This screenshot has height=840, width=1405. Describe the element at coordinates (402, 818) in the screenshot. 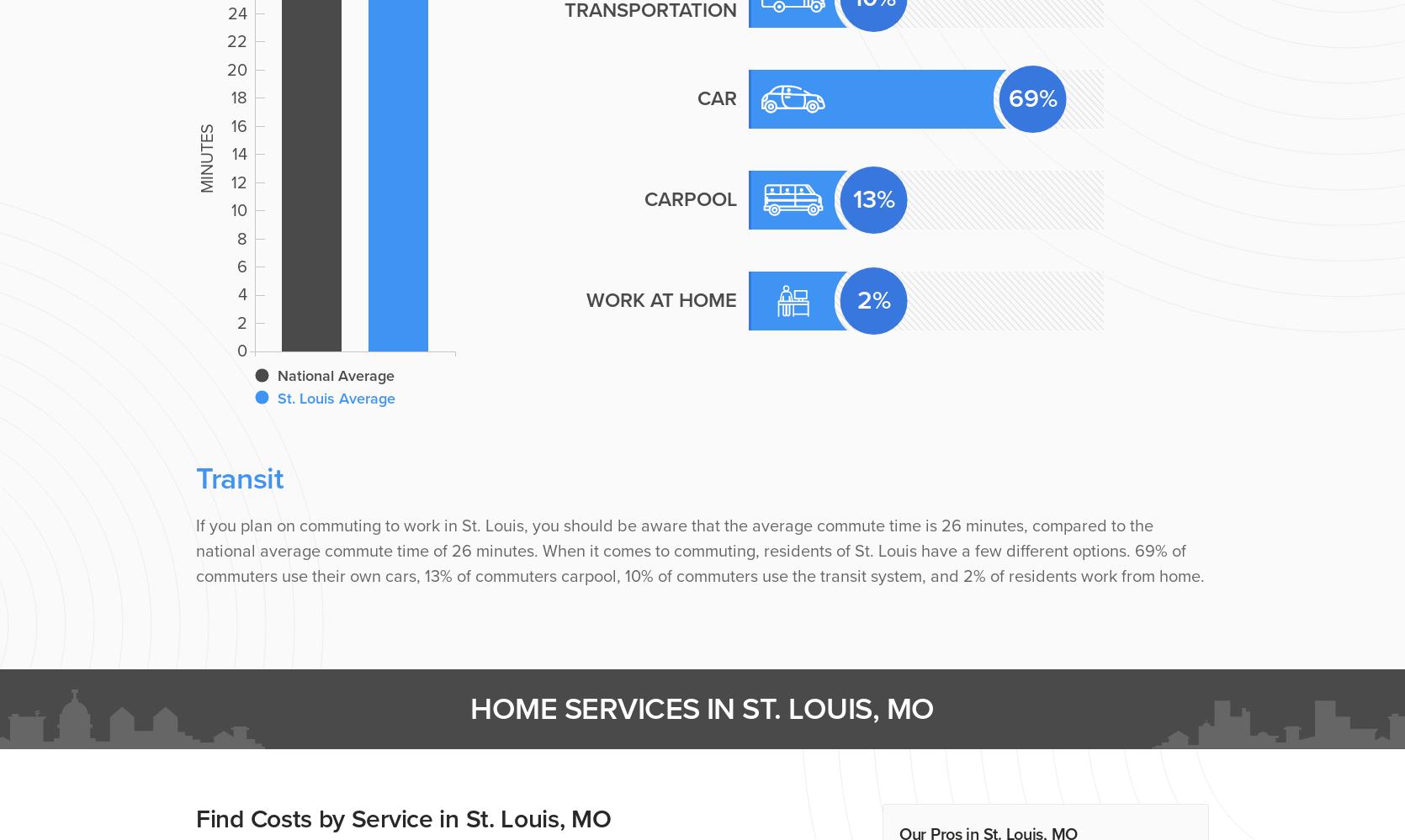

I see `'Find Costs by Service in St. Louis, MO'` at that location.